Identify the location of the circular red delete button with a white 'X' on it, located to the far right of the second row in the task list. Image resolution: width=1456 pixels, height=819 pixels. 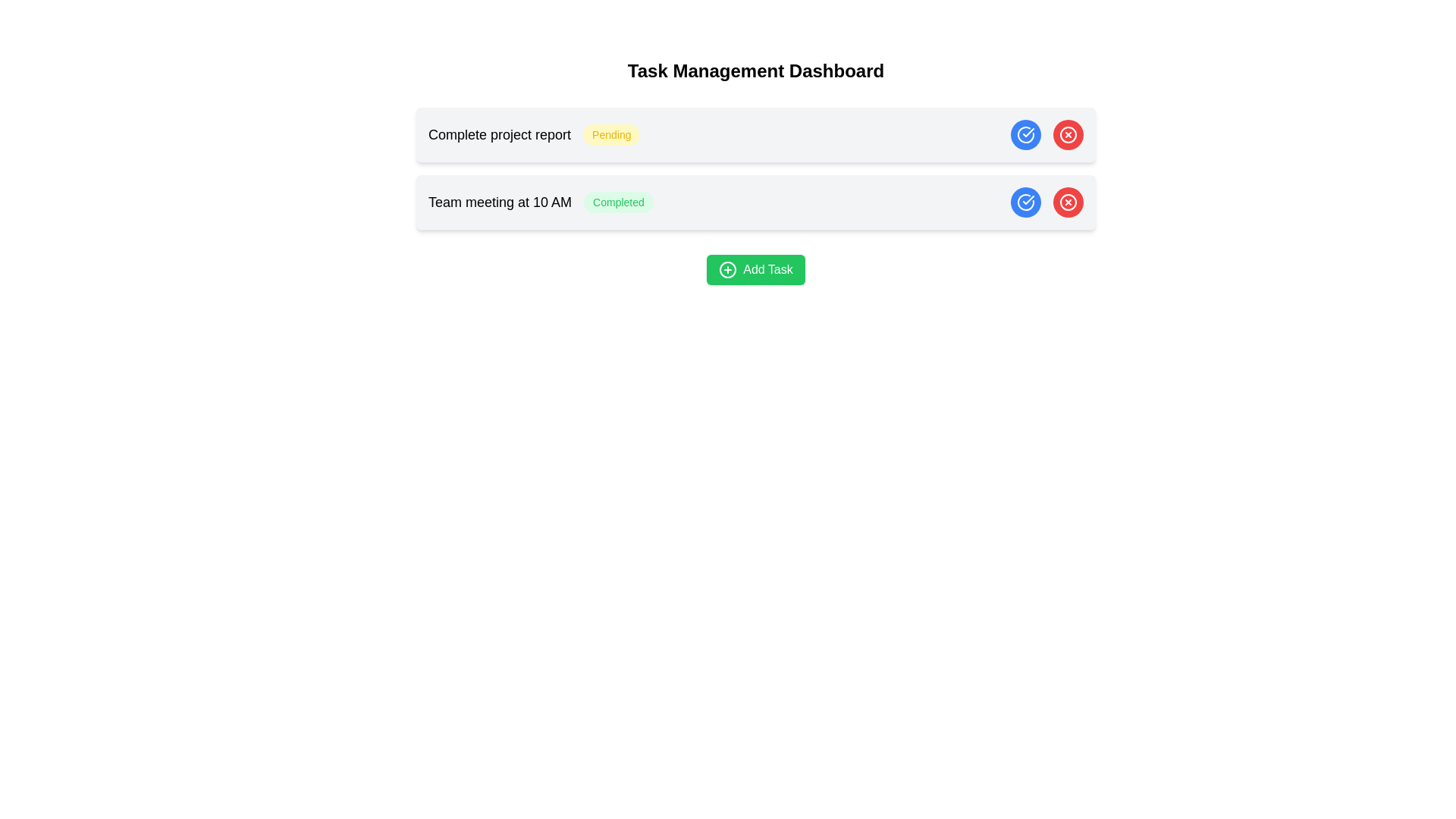
(1068, 133).